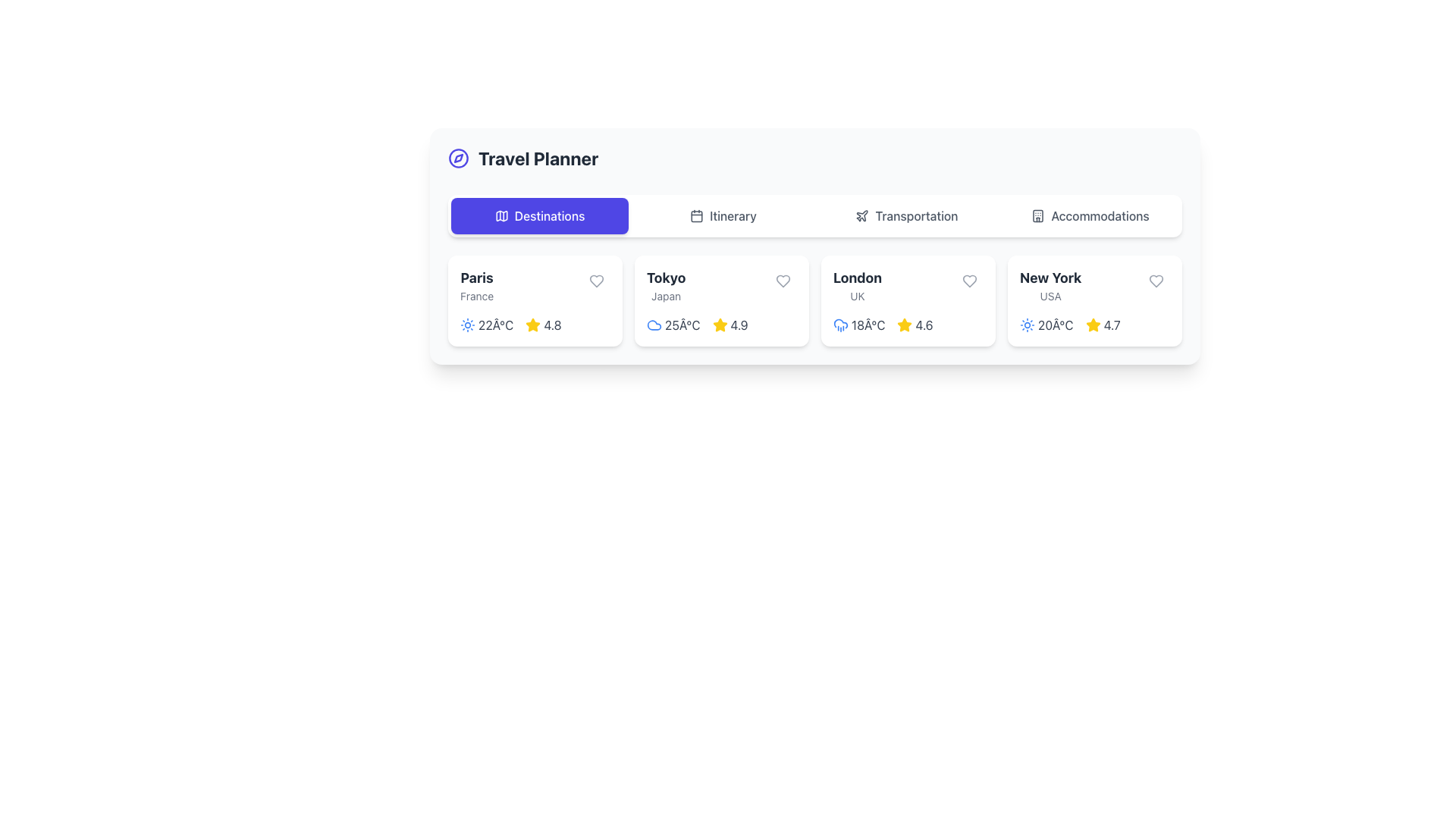 Image resolution: width=1456 pixels, height=819 pixels. I want to click on the leftmost button in the navigation bar, so click(539, 216).